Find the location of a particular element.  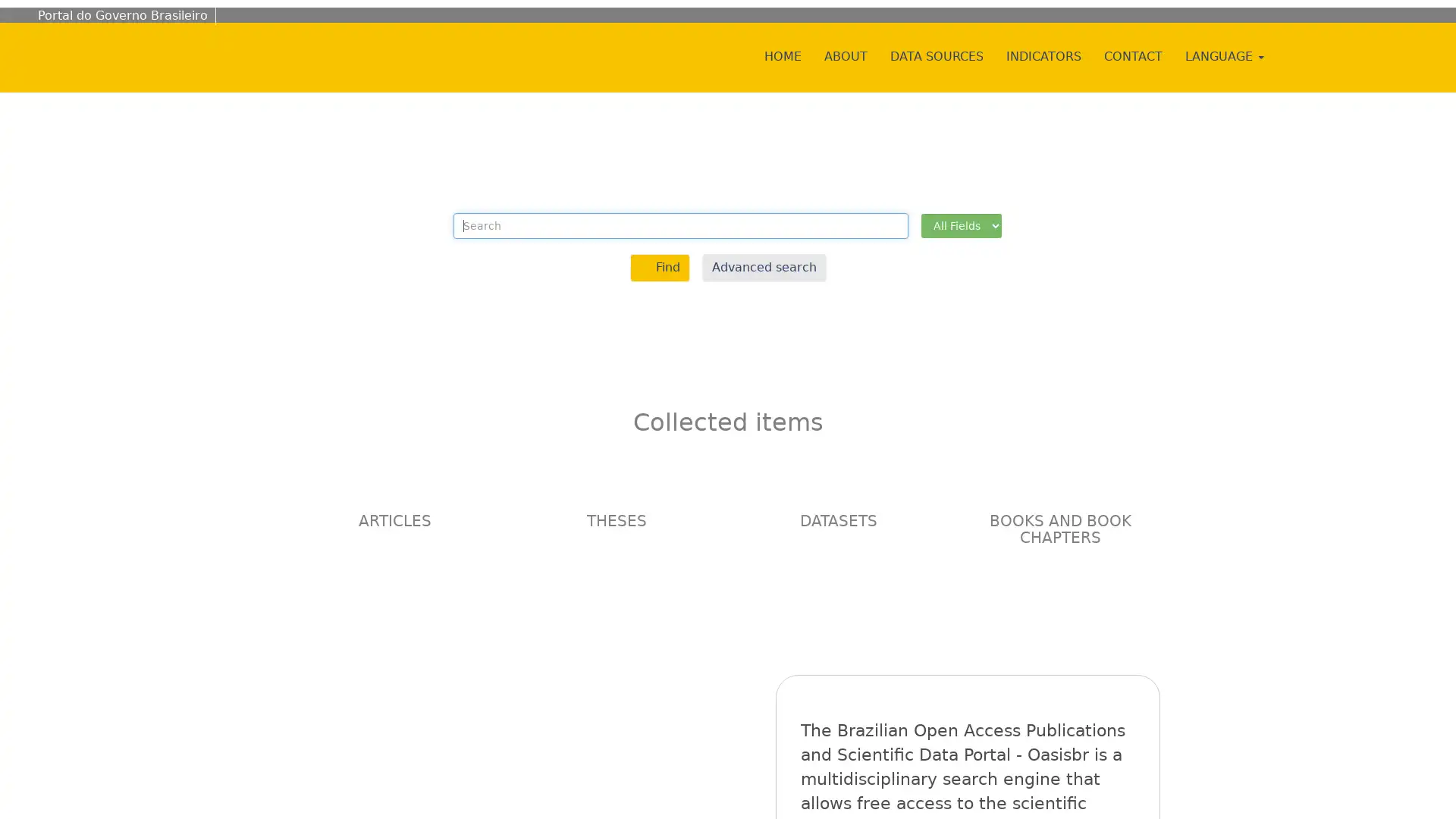

Find is located at coordinates (659, 266).